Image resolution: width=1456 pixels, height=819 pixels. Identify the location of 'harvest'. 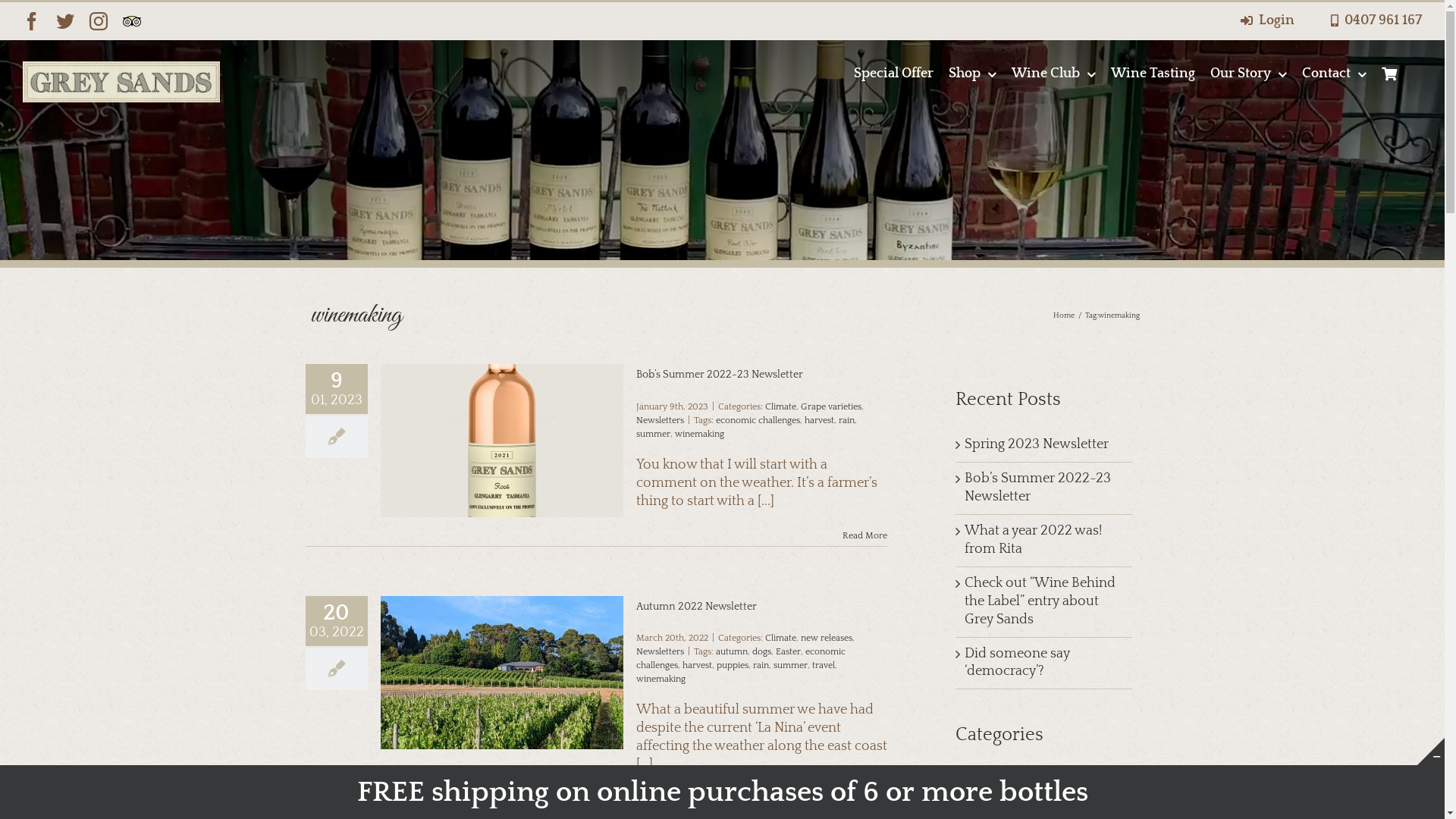
(817, 420).